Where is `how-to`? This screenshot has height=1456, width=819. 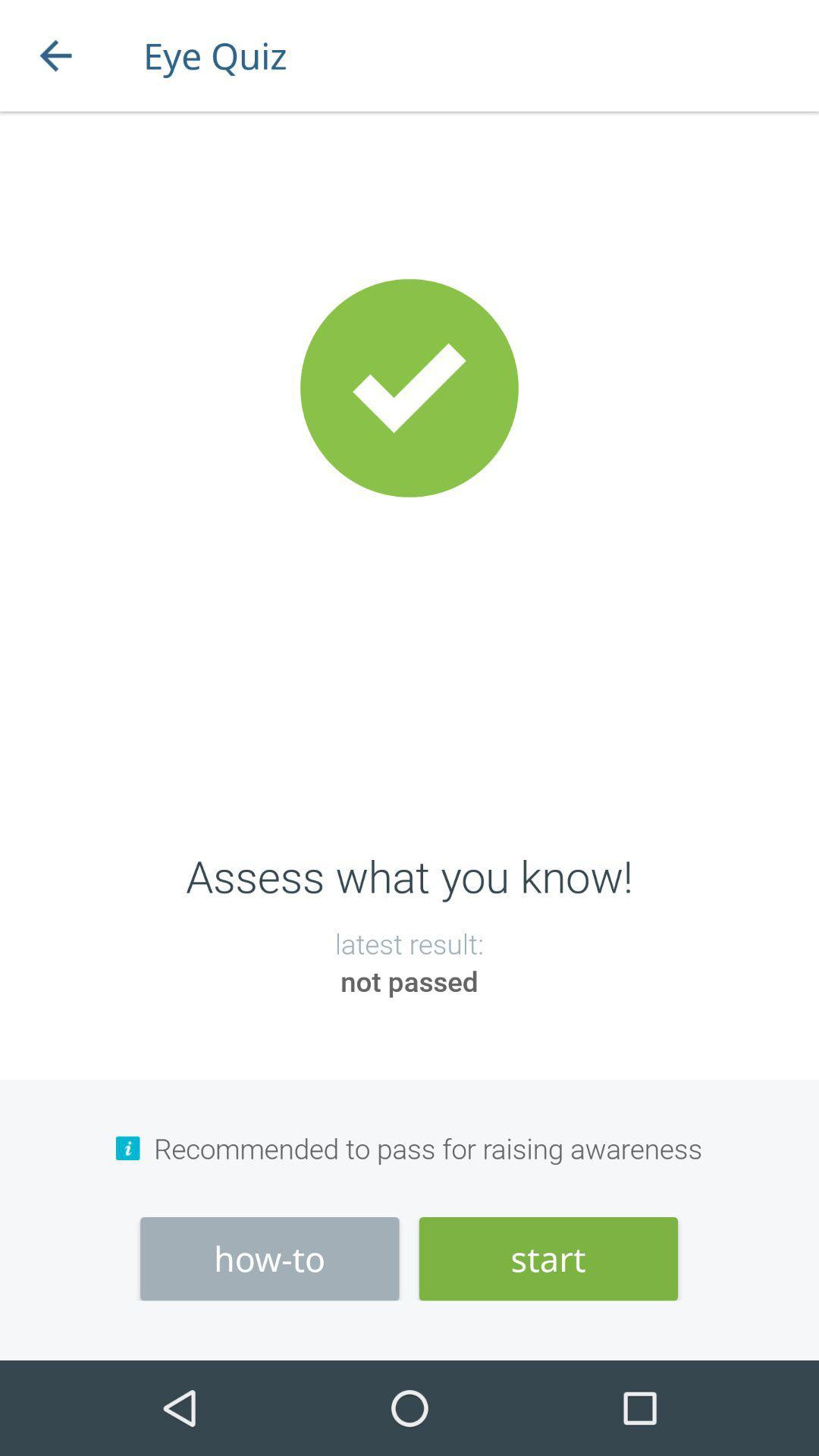
how-to is located at coordinates (268, 1259).